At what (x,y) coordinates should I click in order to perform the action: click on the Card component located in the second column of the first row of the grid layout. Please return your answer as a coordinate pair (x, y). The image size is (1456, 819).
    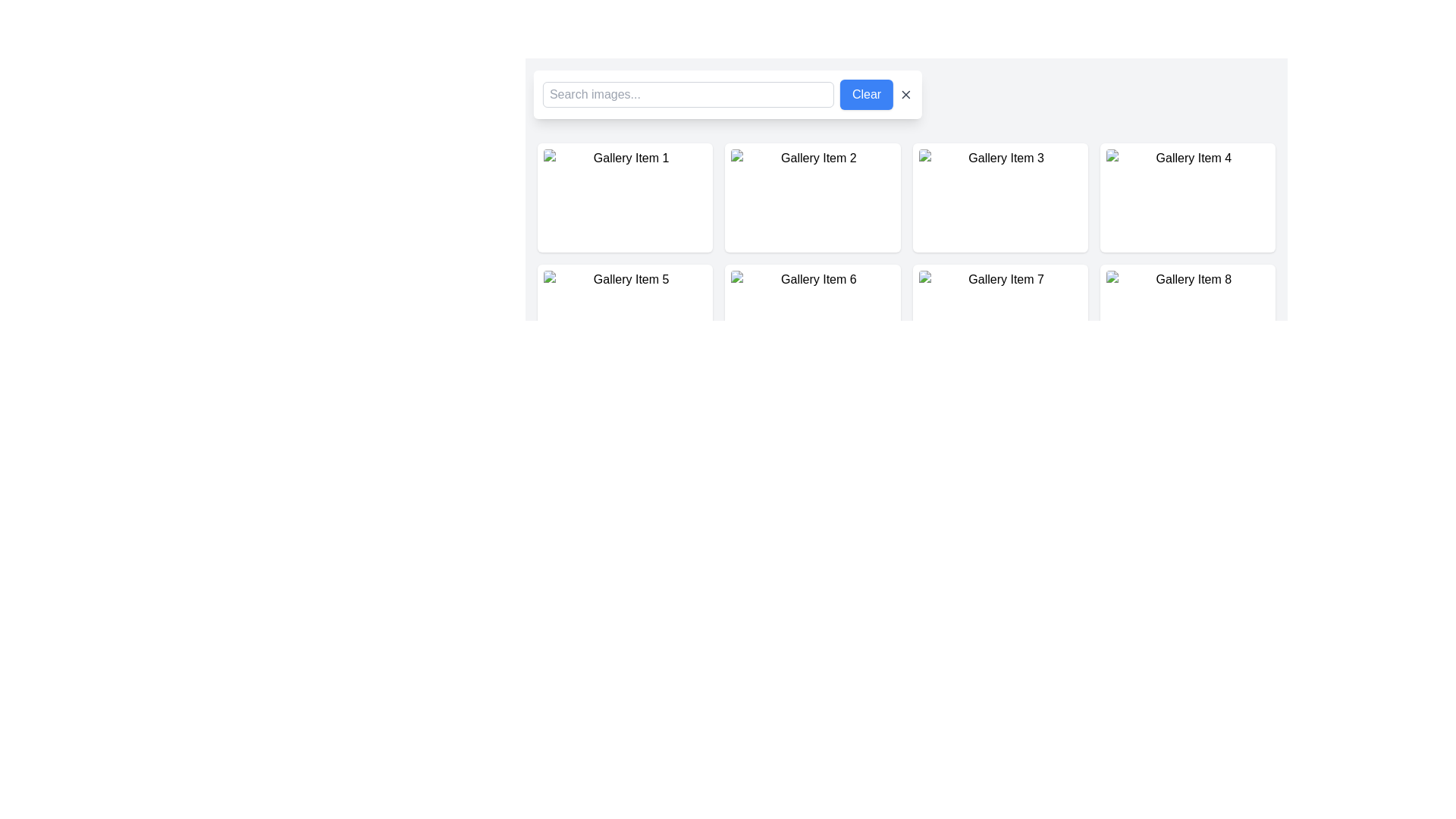
    Looking at the image, I should click on (811, 197).